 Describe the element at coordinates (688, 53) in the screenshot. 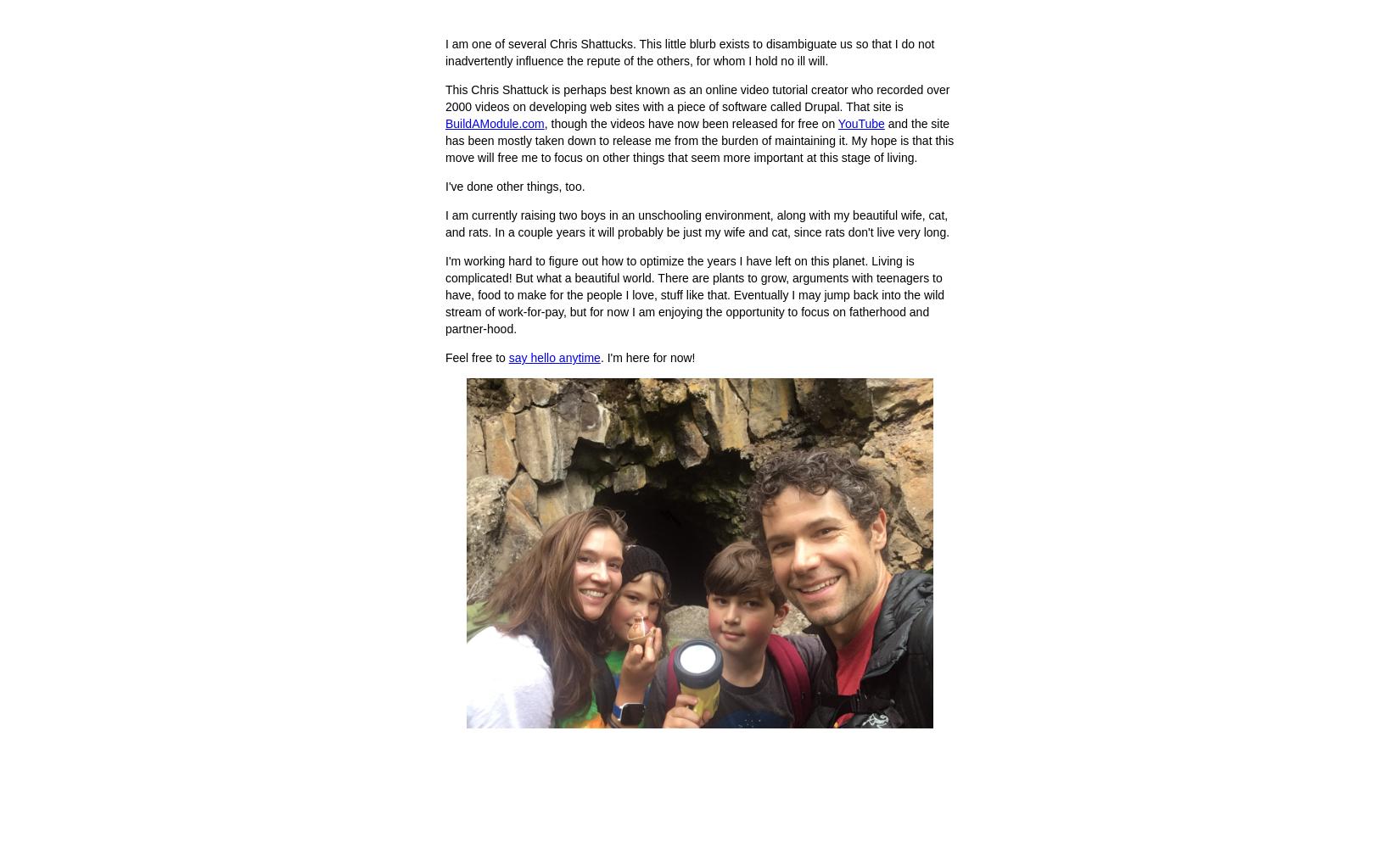

I see `'I am one of several Chris Shattucks. This little blurb exists to disambiguate us so that I do not inadvertently influence the repute of the others, for whom I hold no ill will.'` at that location.